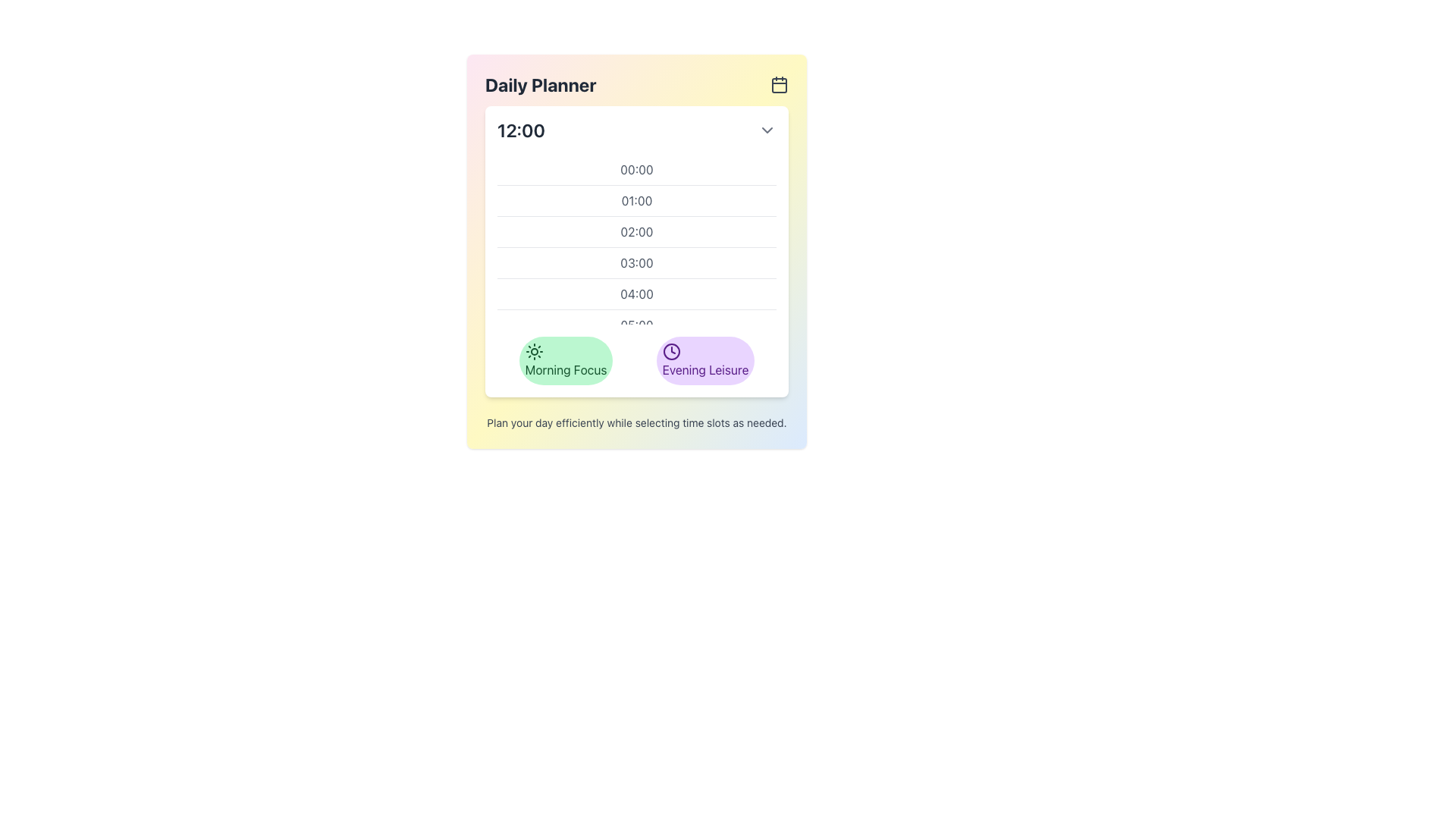 Image resolution: width=1456 pixels, height=819 pixels. What do you see at coordinates (670, 351) in the screenshot?
I see `the Icon representing time or schedules within the 'Evening Leisure' button located in the lower-right corner of the central panel` at bounding box center [670, 351].